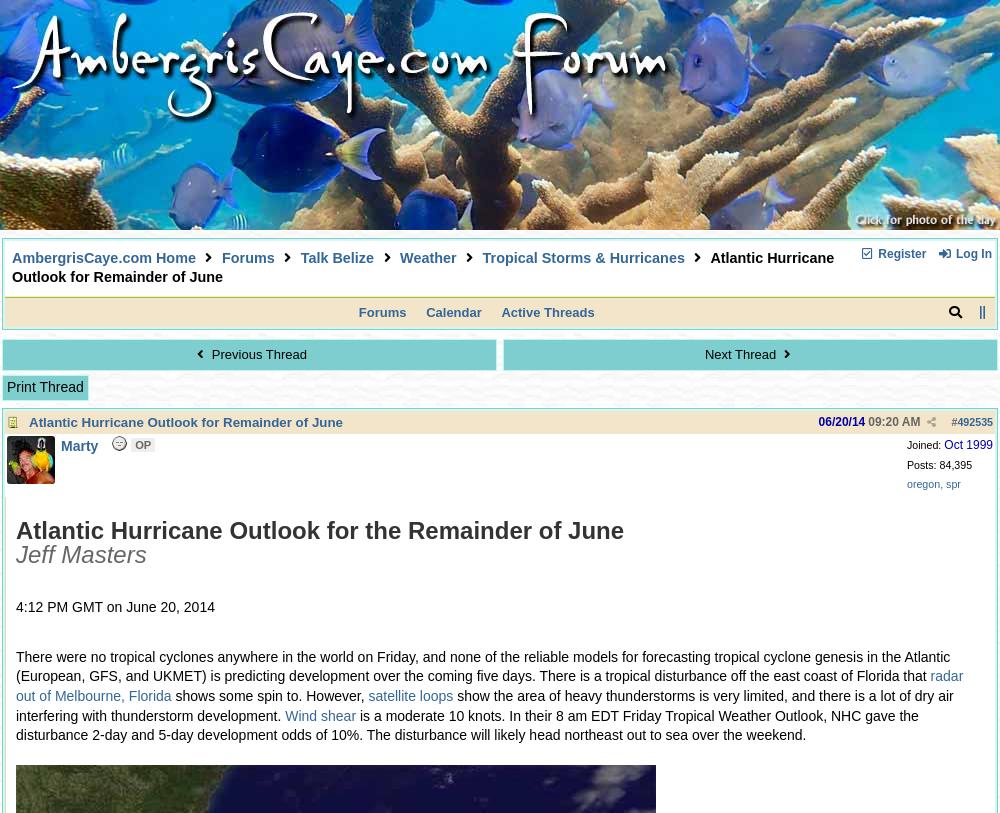  I want to click on 'Log In', so click(971, 252).